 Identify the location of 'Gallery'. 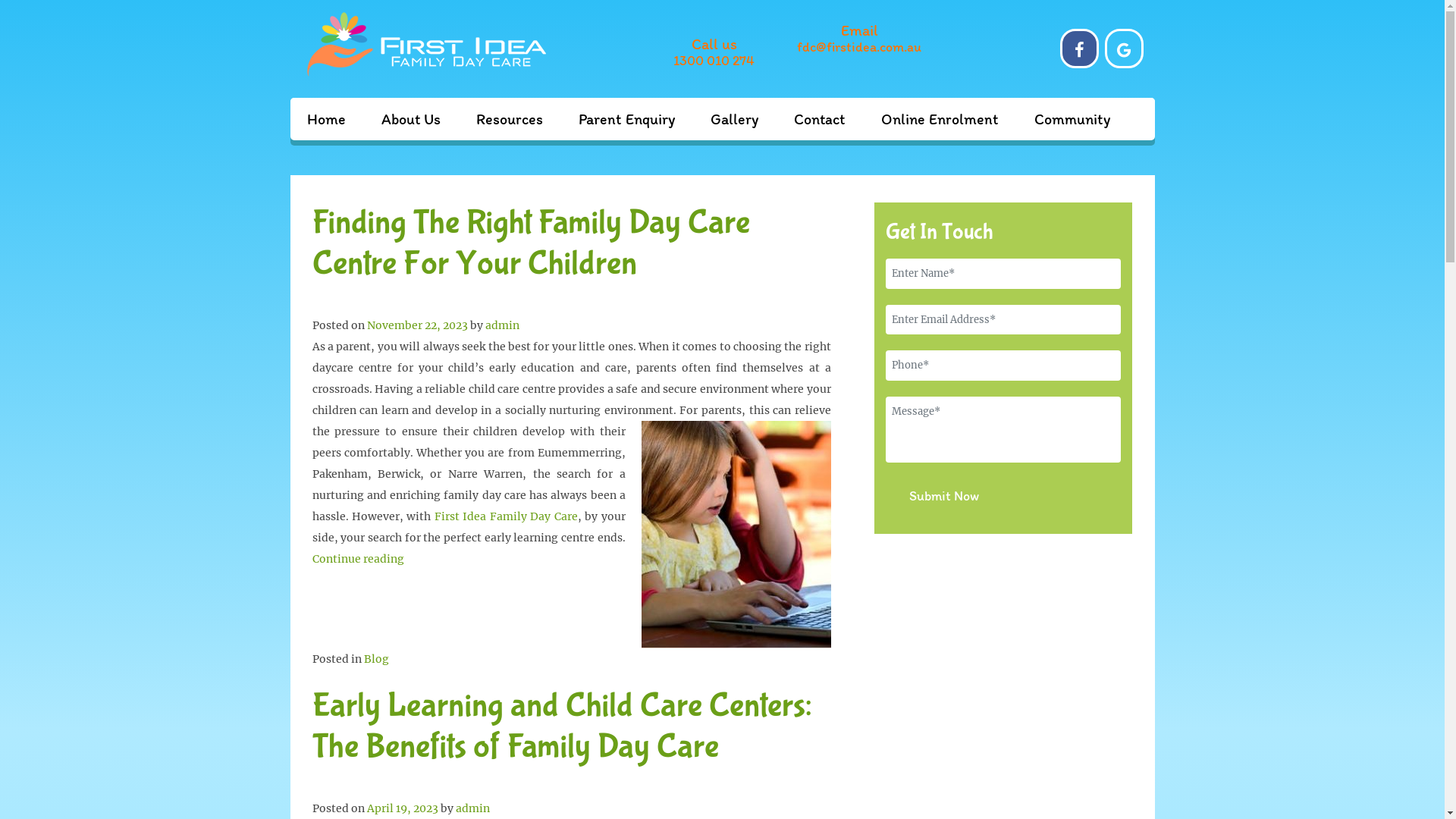
(692, 118).